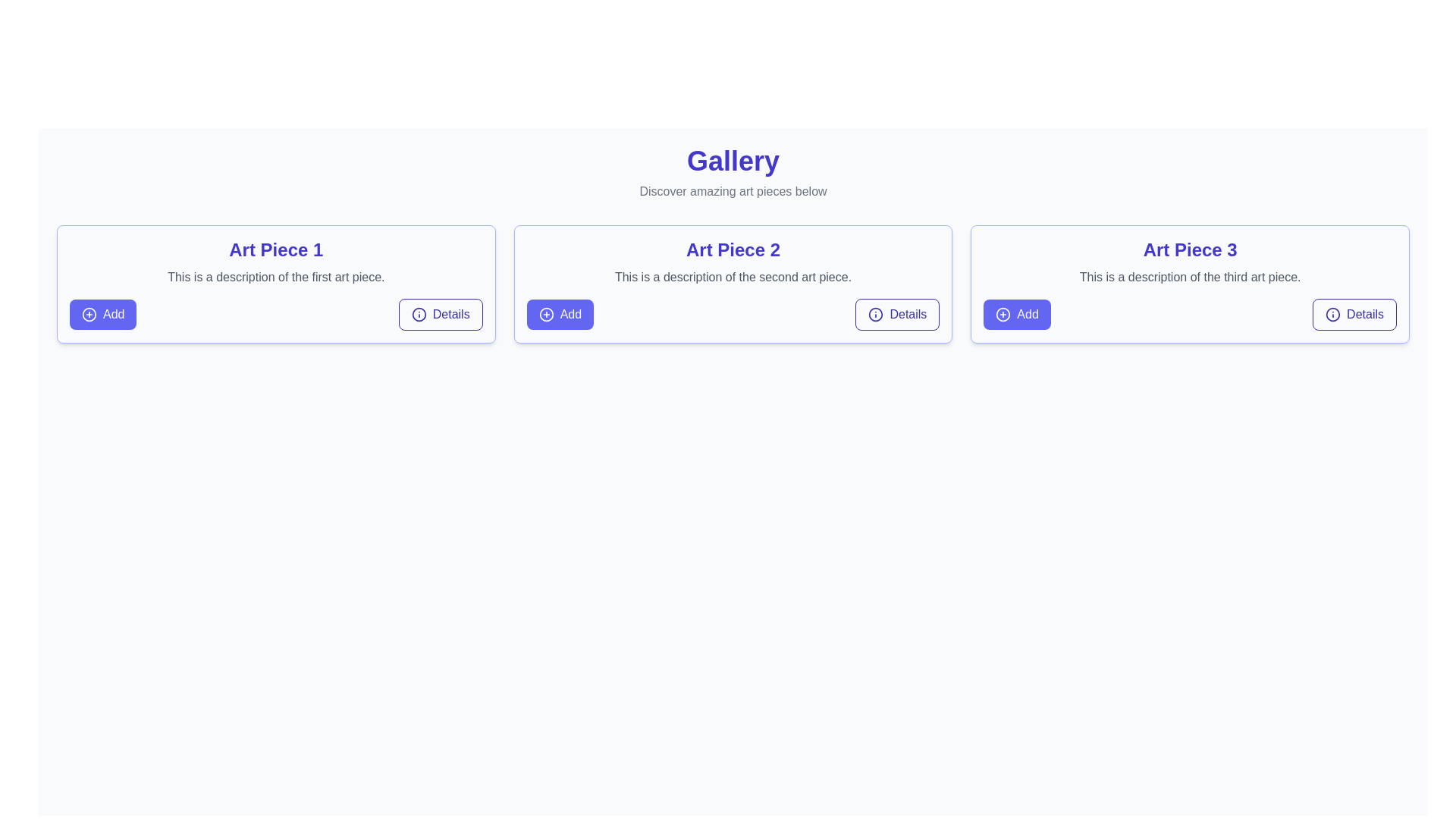 The height and width of the screenshot is (819, 1456). I want to click on the circular icon with a plus sign inside the button labeled 'Add' located in the lower left corner of the first card labeled 'Art Piece 1', so click(89, 314).